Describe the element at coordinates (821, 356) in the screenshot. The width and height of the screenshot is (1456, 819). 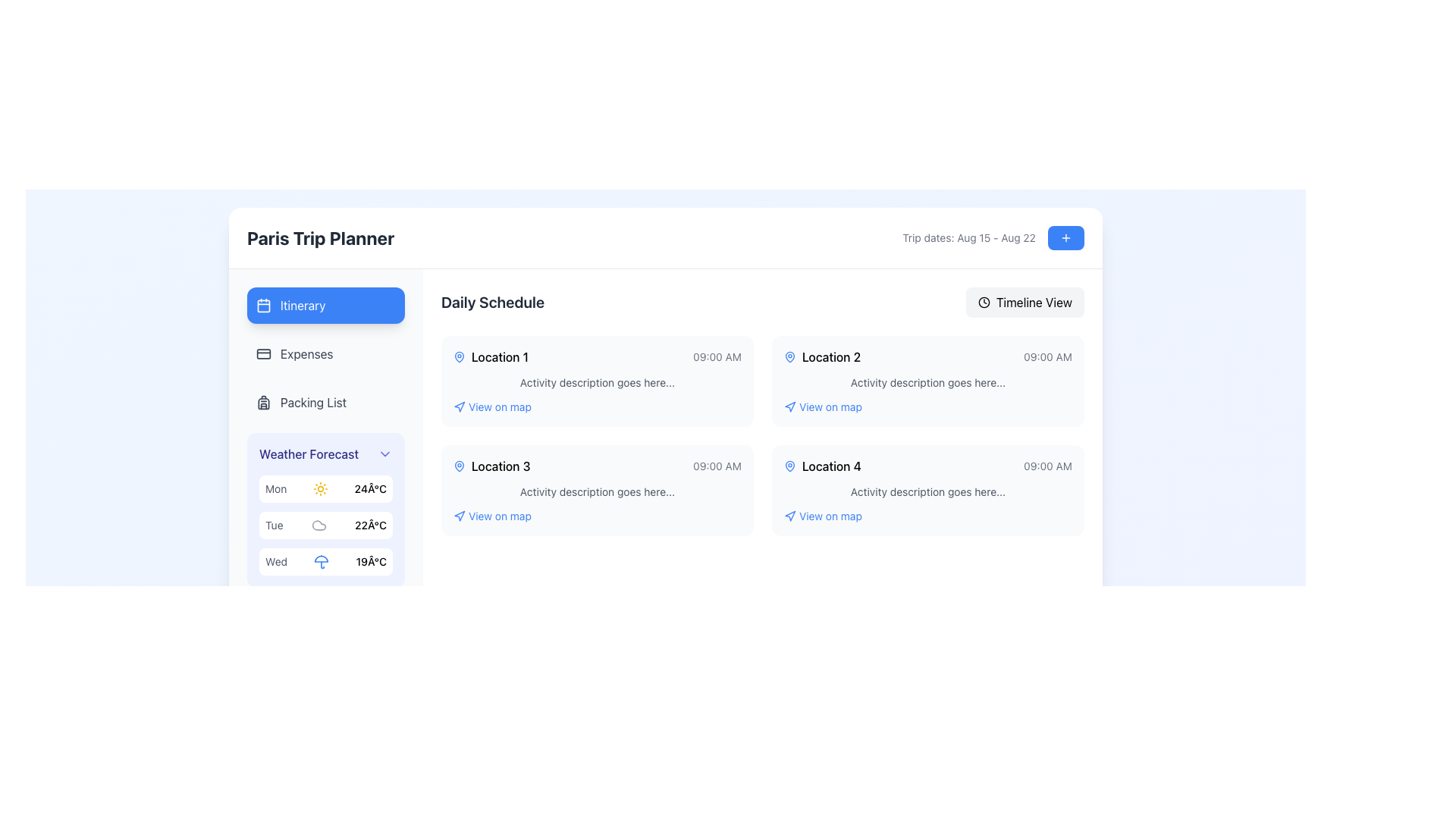
I see `text label displaying 'Location 2', which is located in the second card of the 'Daily Schedule' section, between the blue map pin icon and the time '09:00 AM'` at that location.